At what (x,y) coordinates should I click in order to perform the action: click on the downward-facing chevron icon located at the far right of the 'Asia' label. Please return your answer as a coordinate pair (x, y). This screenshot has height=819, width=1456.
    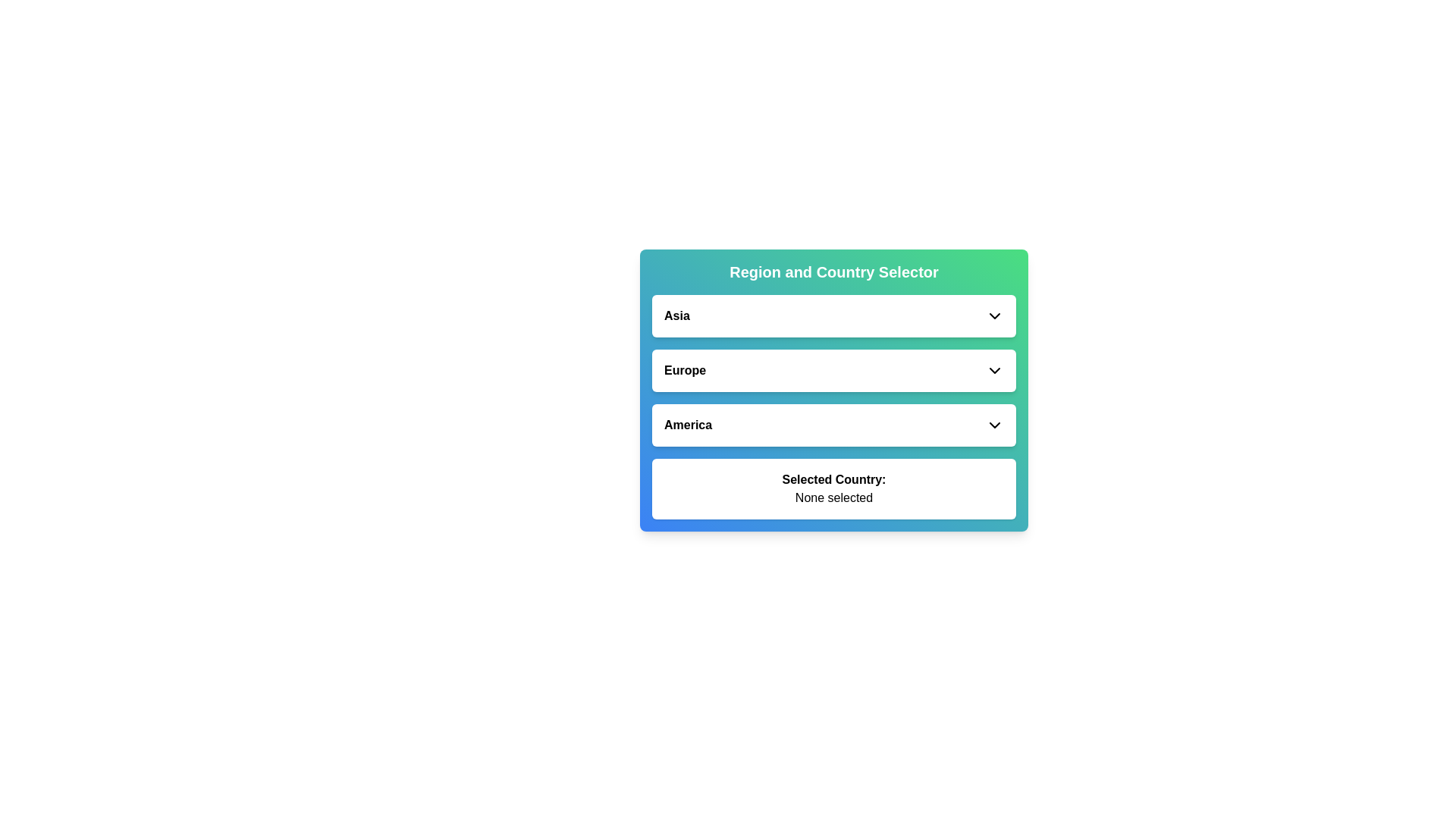
    Looking at the image, I should click on (994, 315).